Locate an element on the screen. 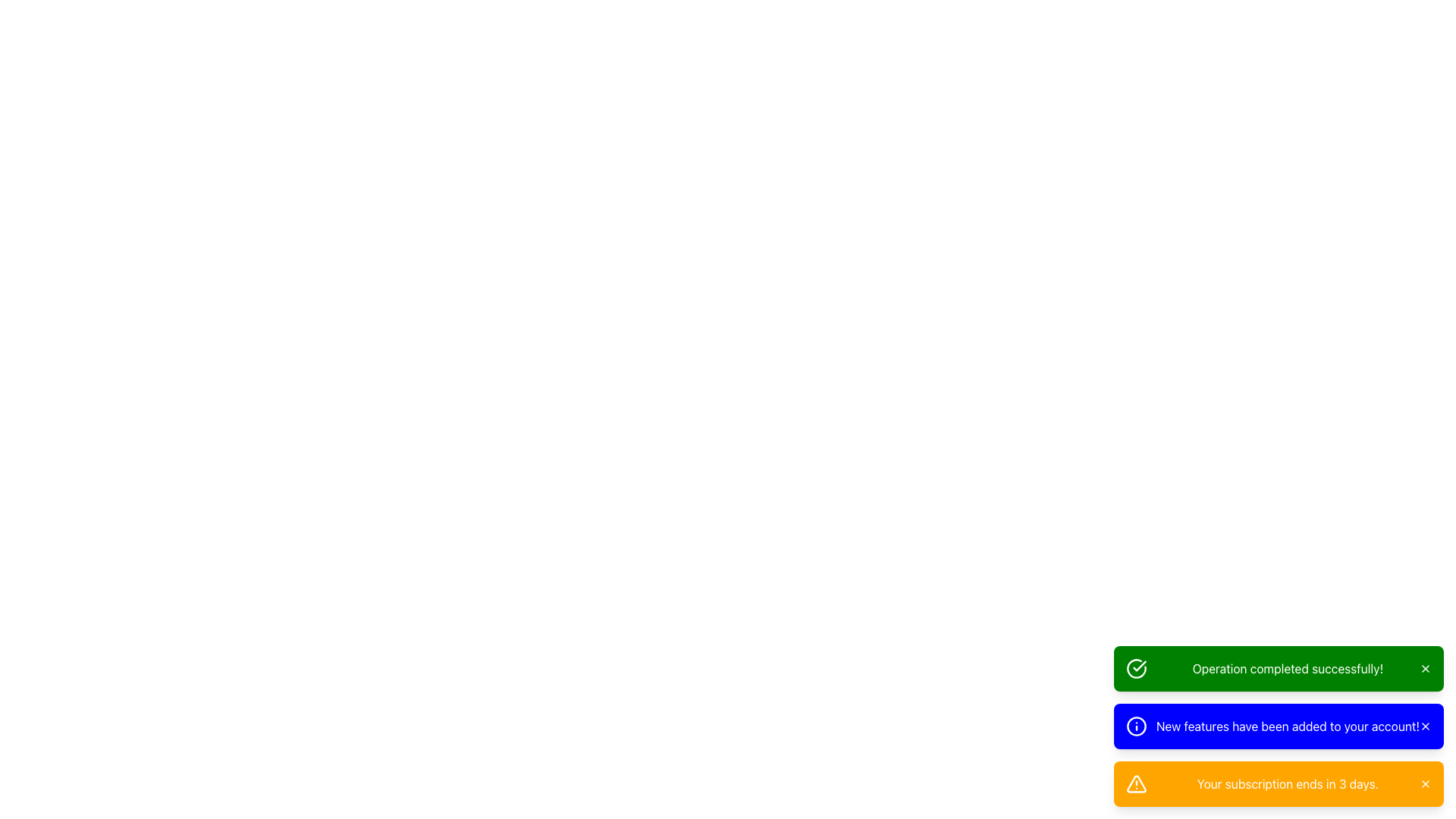 This screenshot has height=819, width=1456. the blue text label embedded in the notification card, which is the second card from the top in a vertical stack is located at coordinates (1287, 725).